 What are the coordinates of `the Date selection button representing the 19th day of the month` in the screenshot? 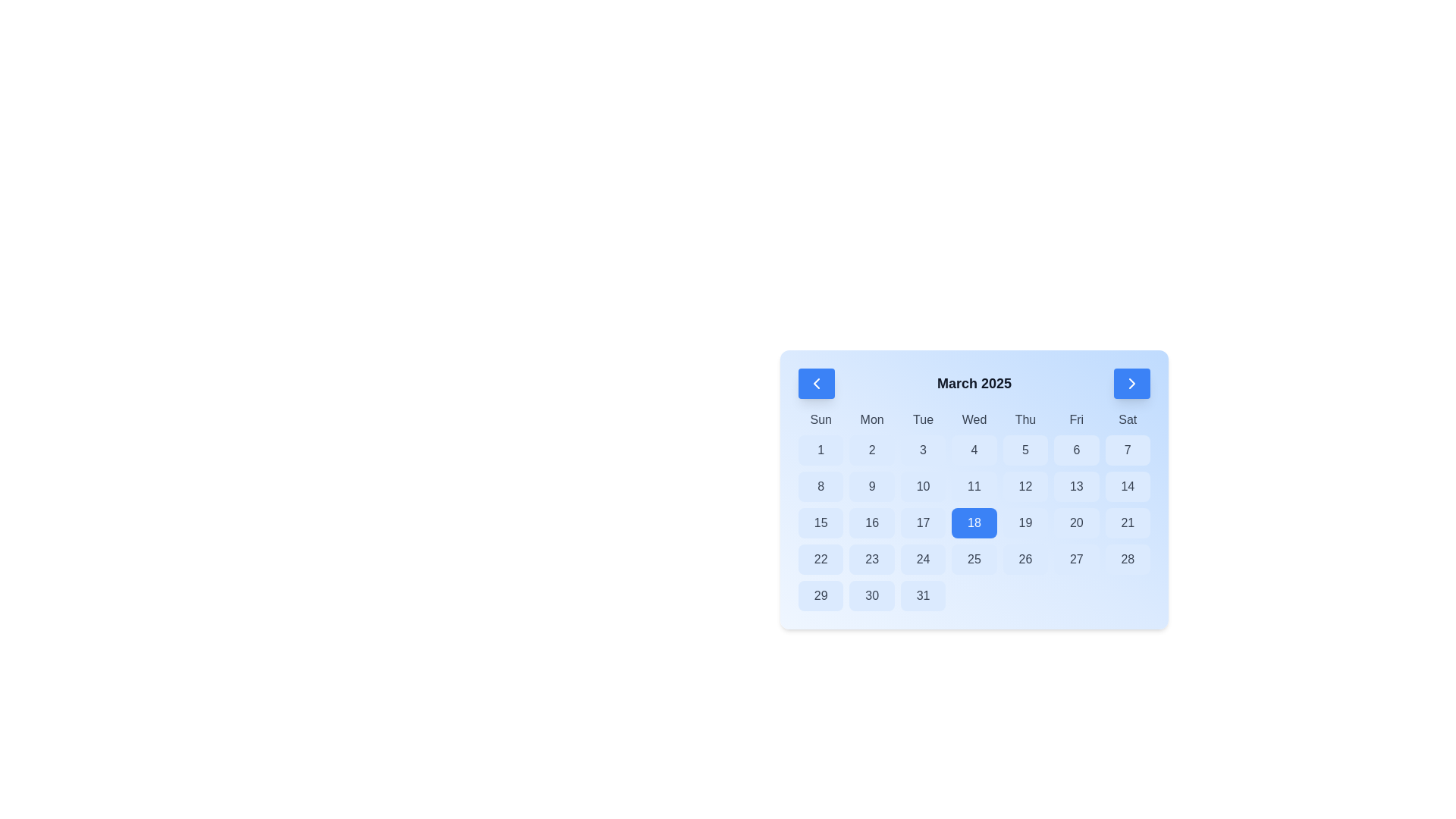 It's located at (1025, 522).